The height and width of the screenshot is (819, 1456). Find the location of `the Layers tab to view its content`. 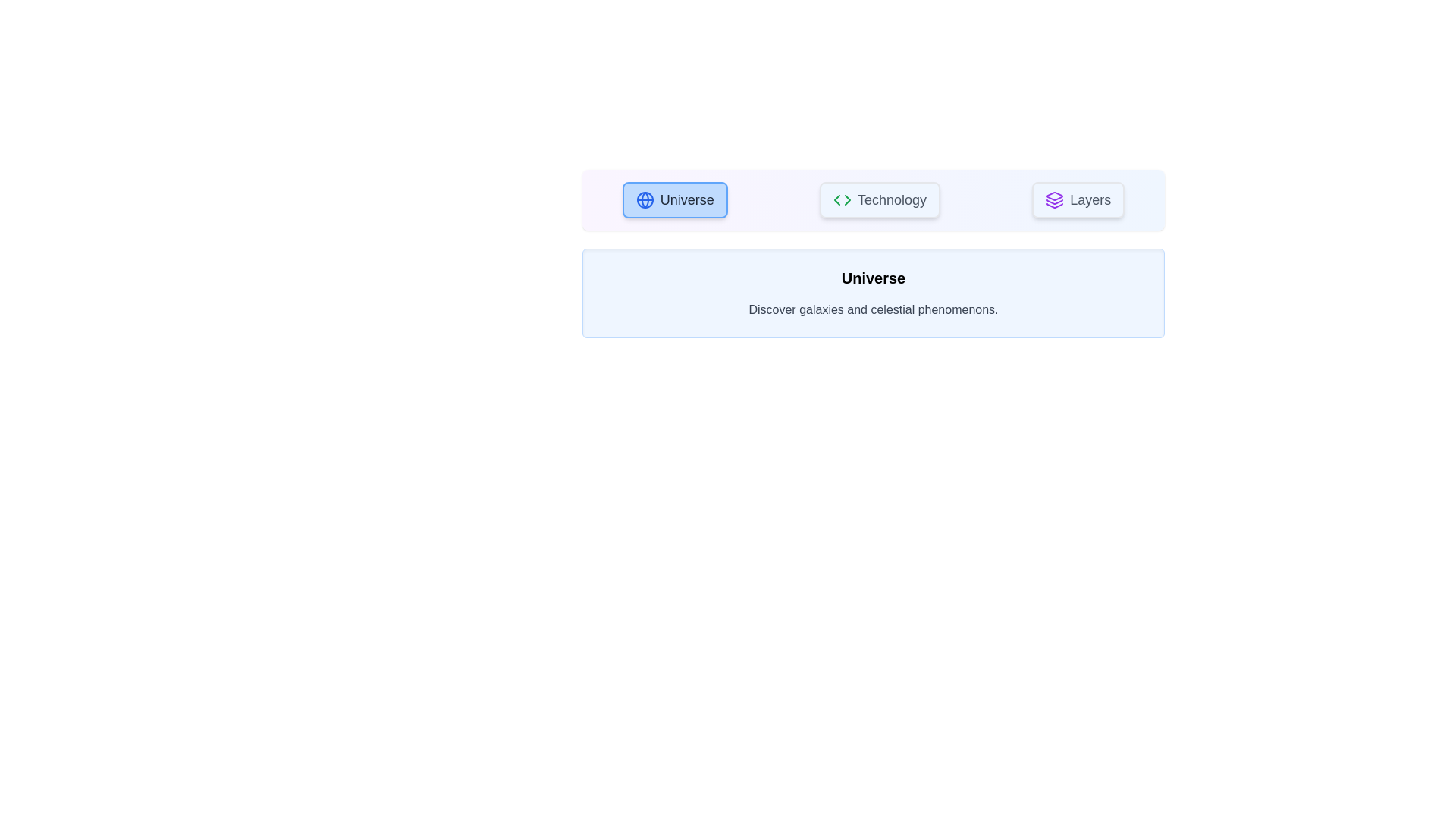

the Layers tab to view its content is located at coordinates (1077, 199).